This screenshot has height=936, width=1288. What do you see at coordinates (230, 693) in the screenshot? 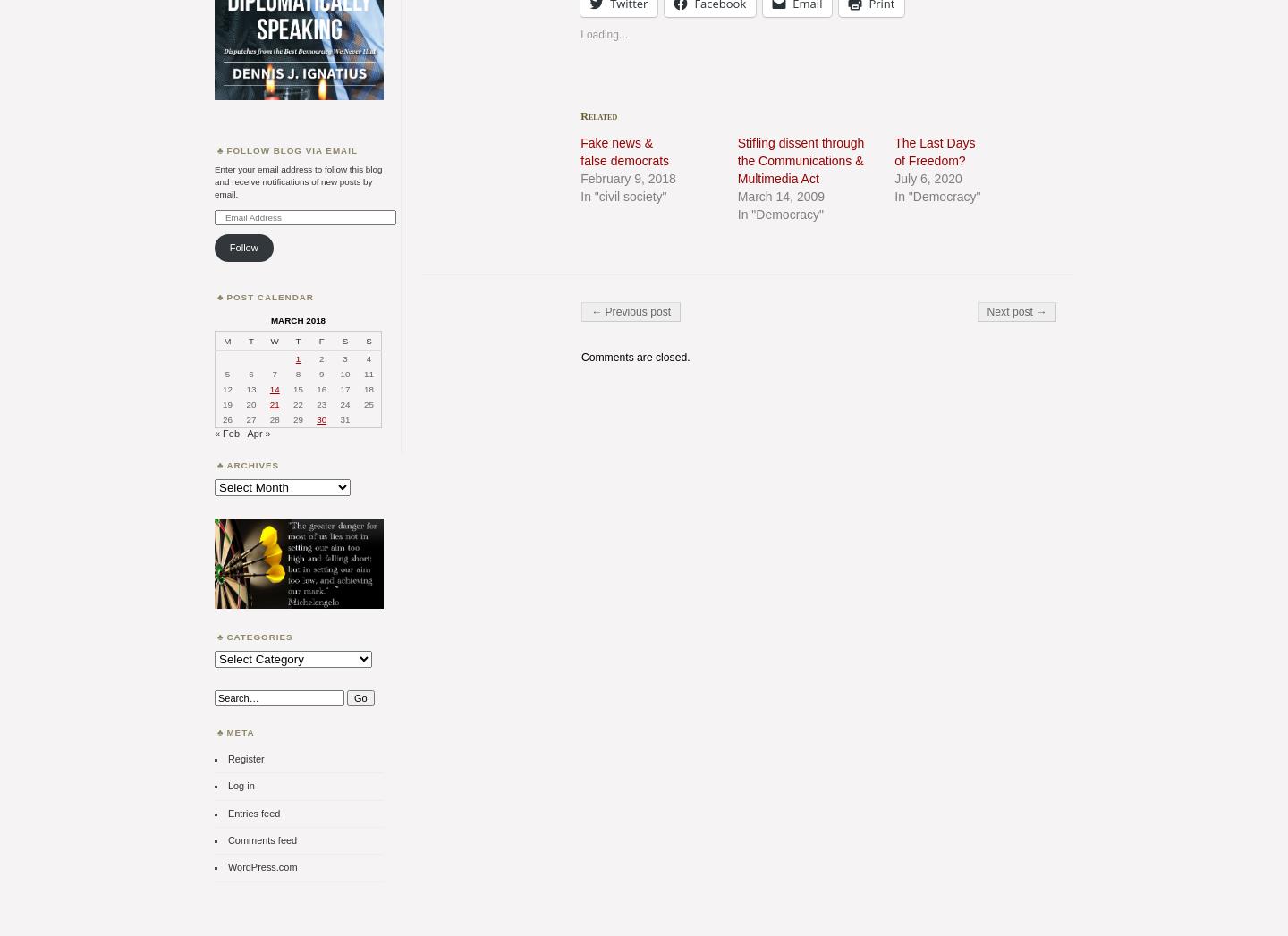
I see `'Search:'` at bounding box center [230, 693].